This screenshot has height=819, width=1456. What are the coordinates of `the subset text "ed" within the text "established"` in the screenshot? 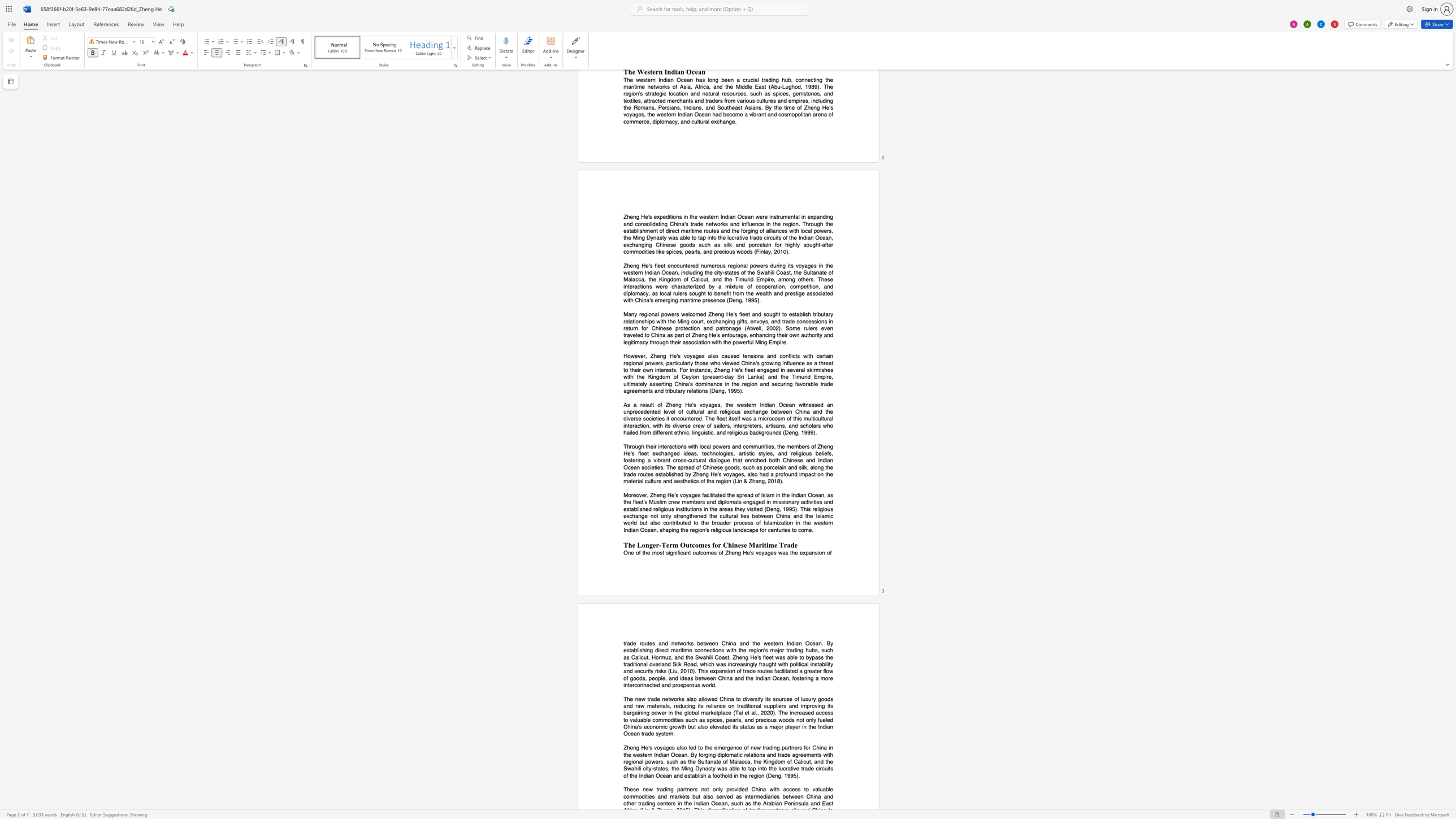 It's located at (645, 509).